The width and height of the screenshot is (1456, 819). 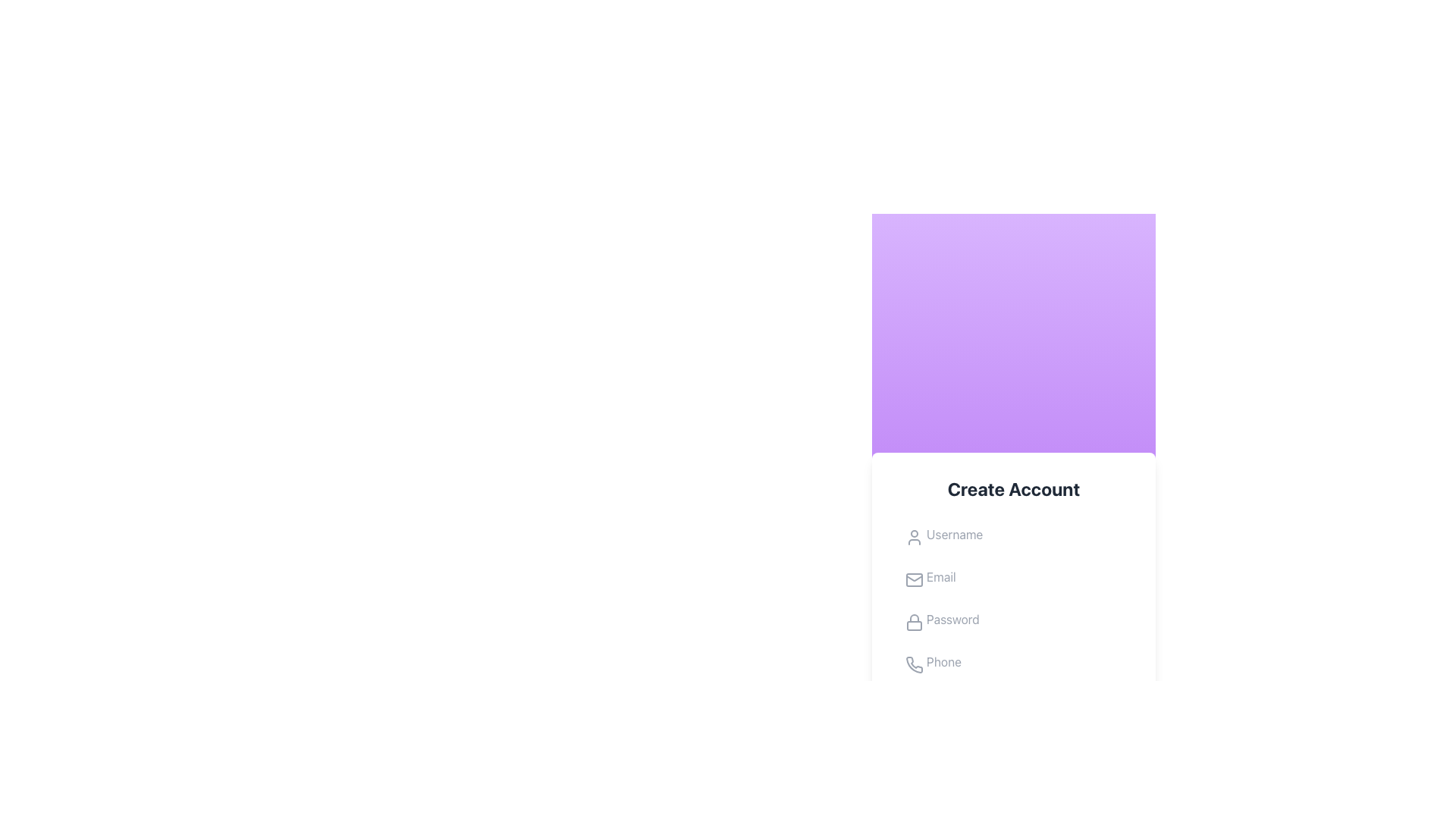 What do you see at coordinates (914, 664) in the screenshot?
I see `the phone receiver icon in the 'Create Account' section, located between the 'Password' field and the phone number input field` at bounding box center [914, 664].